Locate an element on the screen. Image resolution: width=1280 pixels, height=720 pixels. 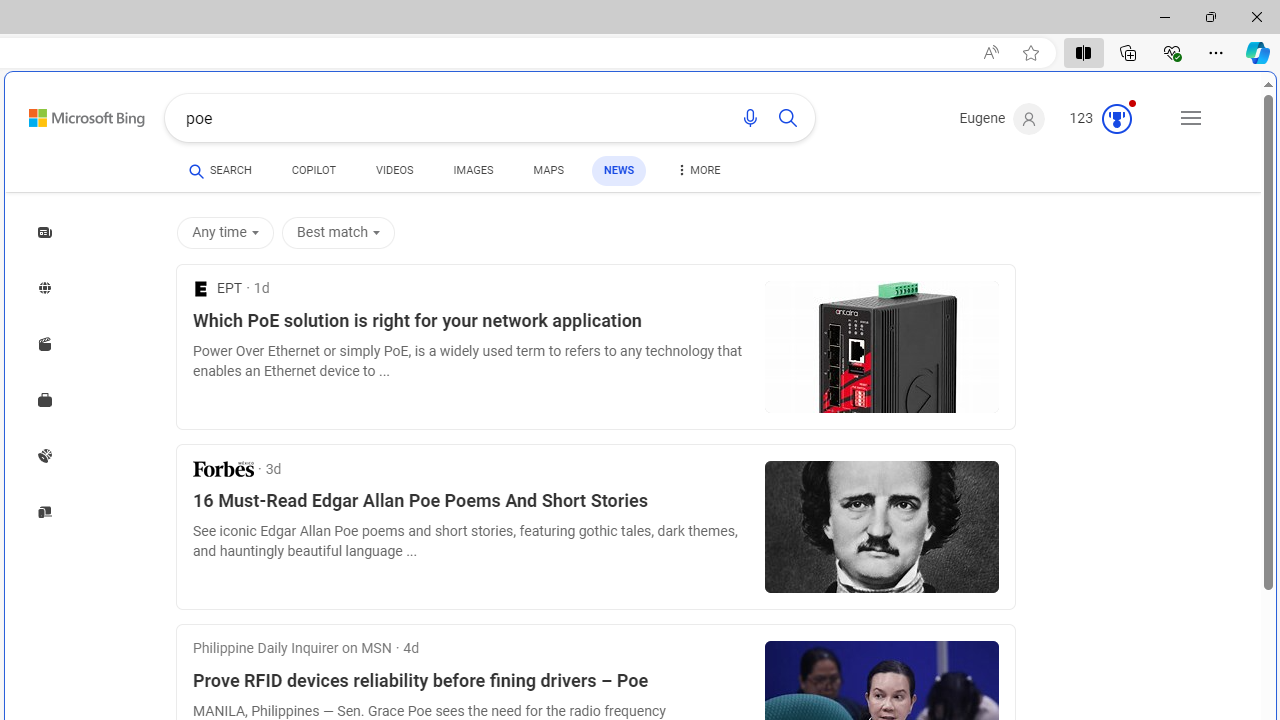
'VIDEOS' is located at coordinates (394, 172).